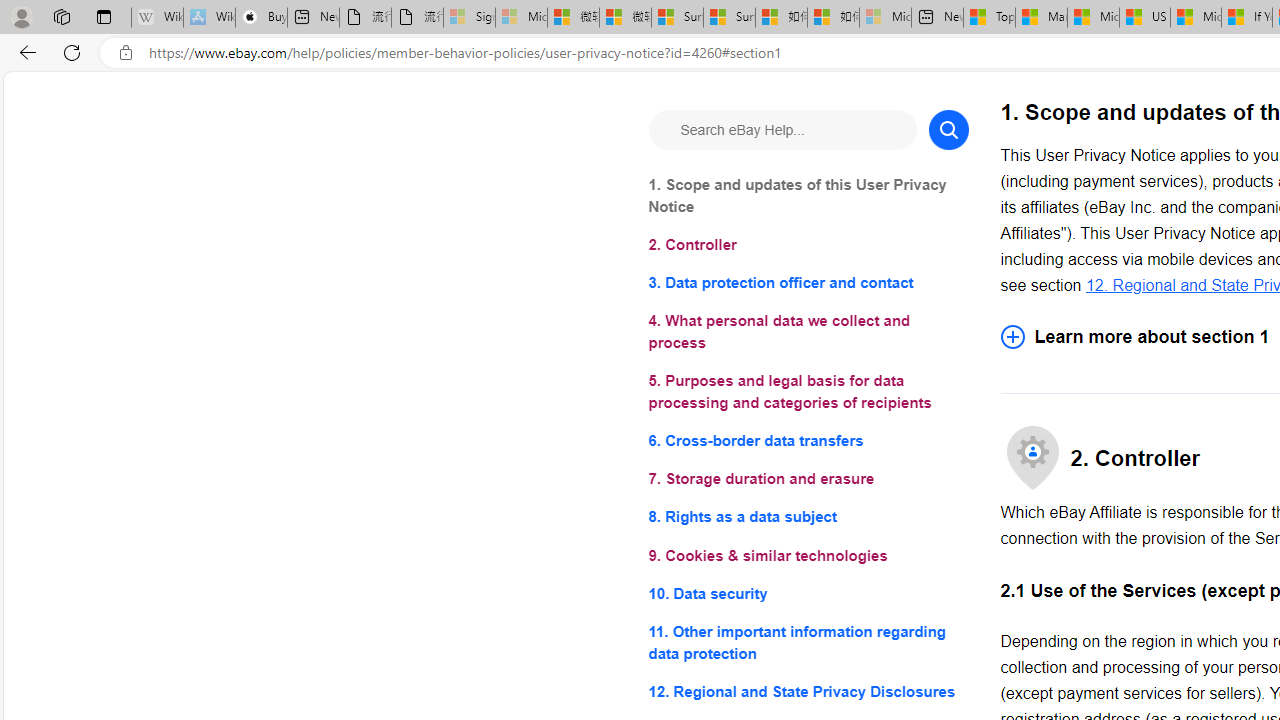  I want to click on '6. Cross-border data transfers', so click(808, 440).